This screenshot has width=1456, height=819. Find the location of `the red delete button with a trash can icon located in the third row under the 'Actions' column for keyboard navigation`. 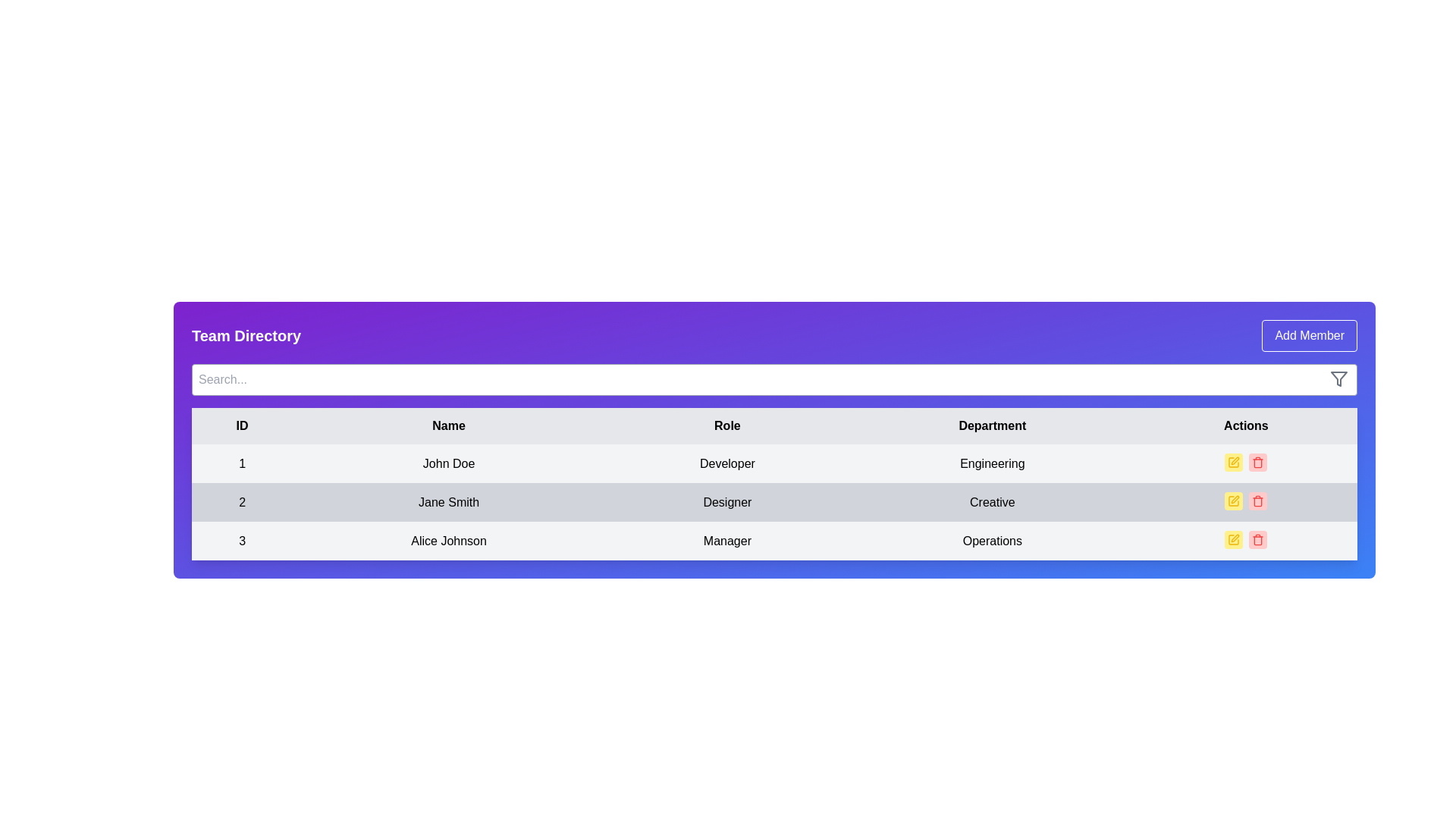

the red delete button with a trash can icon located in the third row under the 'Actions' column for keyboard navigation is located at coordinates (1258, 539).